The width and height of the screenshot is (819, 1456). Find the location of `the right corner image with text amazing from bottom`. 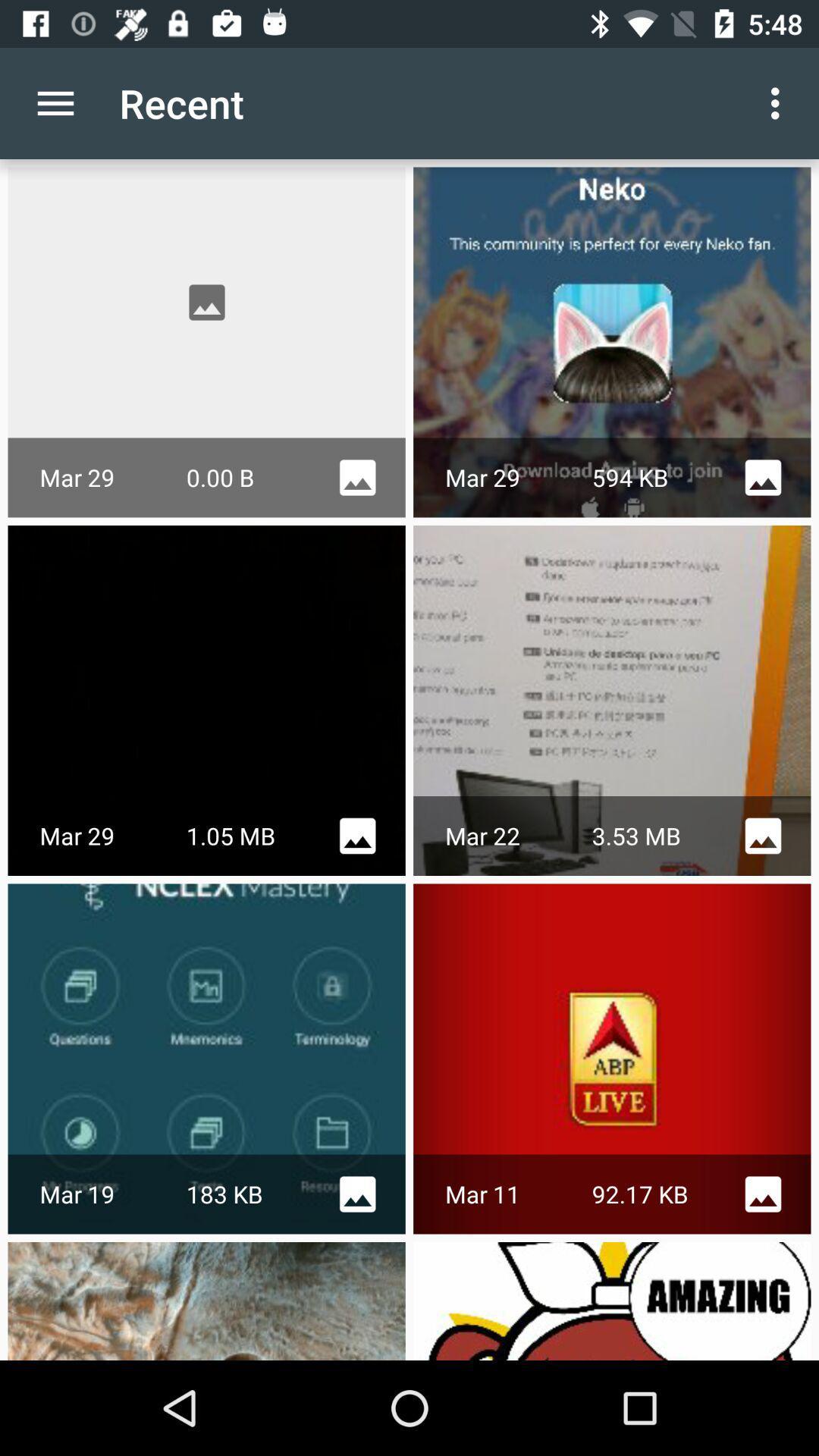

the right corner image with text amazing from bottom is located at coordinates (611, 1300).